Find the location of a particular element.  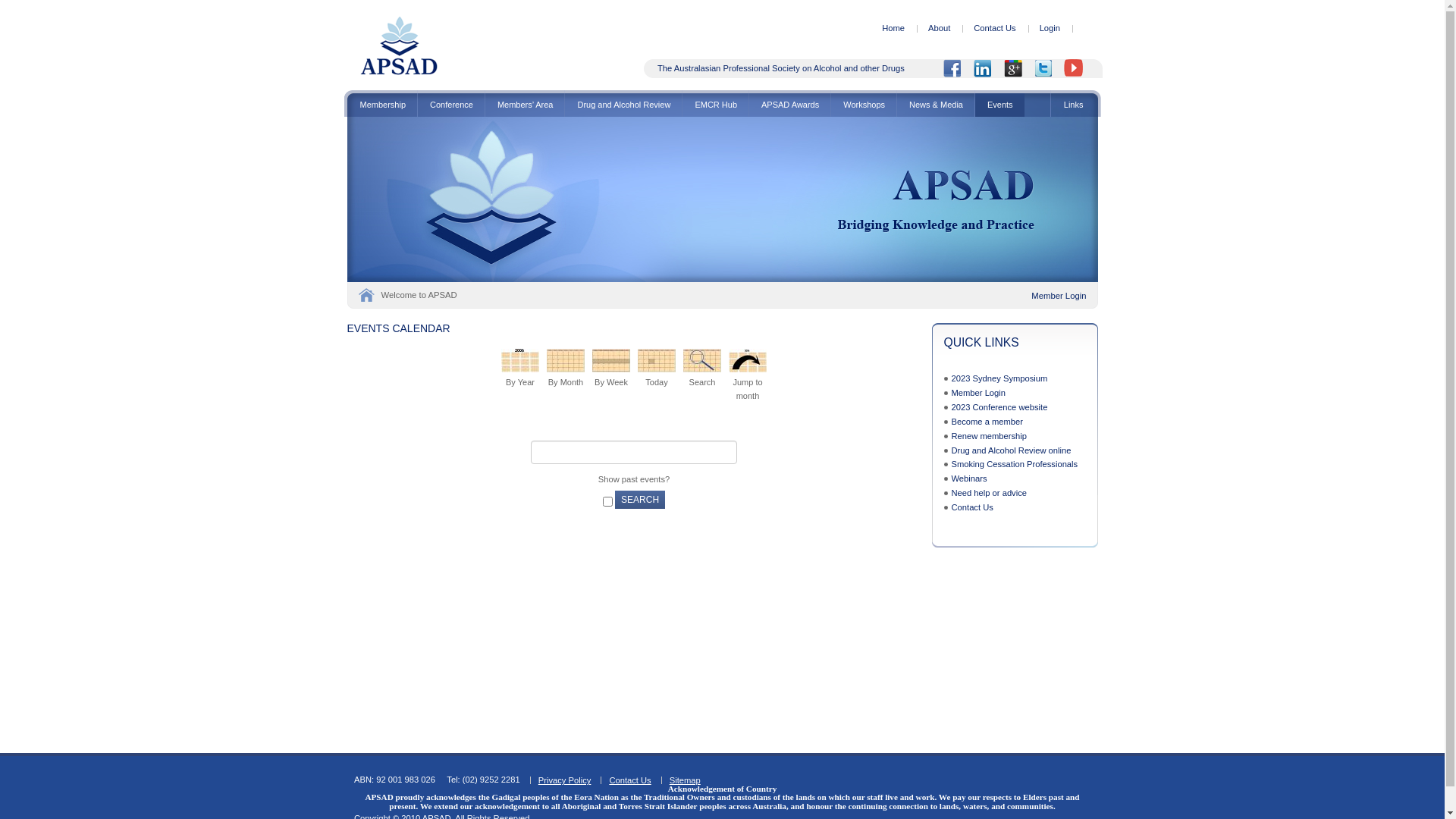

'APSAD Awards' is located at coordinates (789, 104).